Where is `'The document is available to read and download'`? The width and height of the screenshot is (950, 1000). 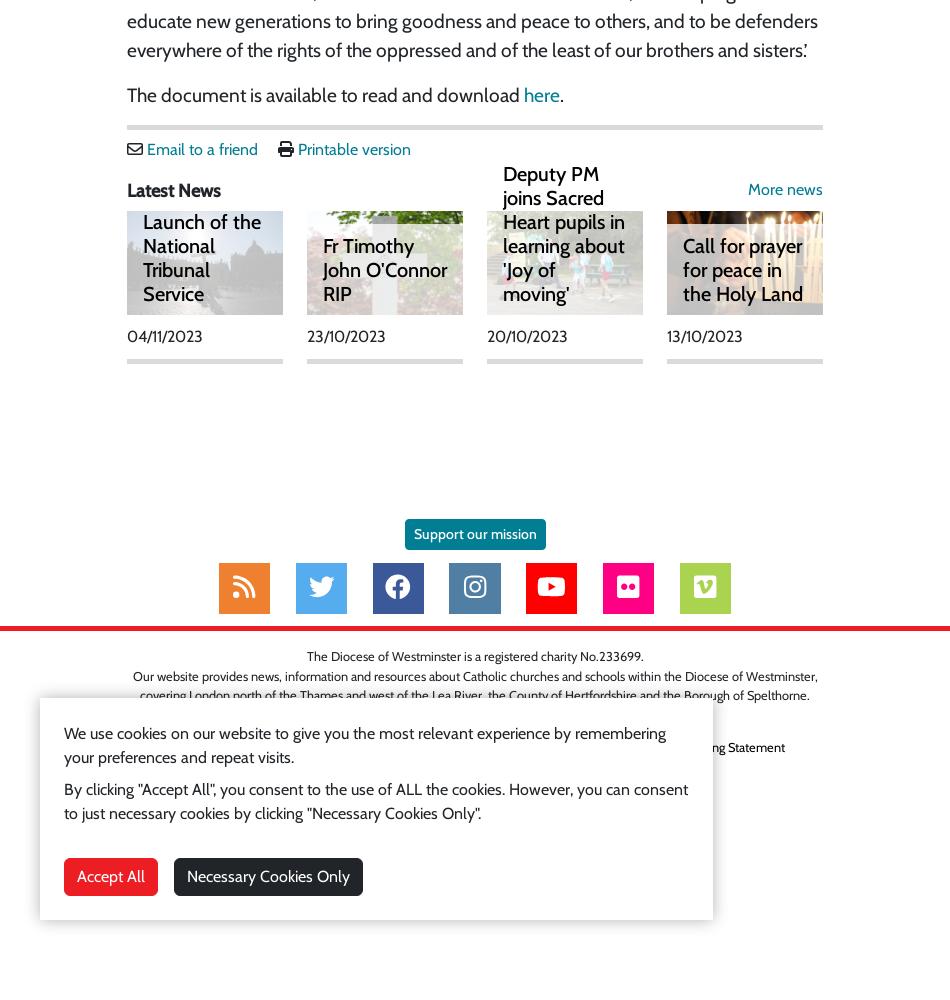
'The document is available to read and download' is located at coordinates (324, 93).